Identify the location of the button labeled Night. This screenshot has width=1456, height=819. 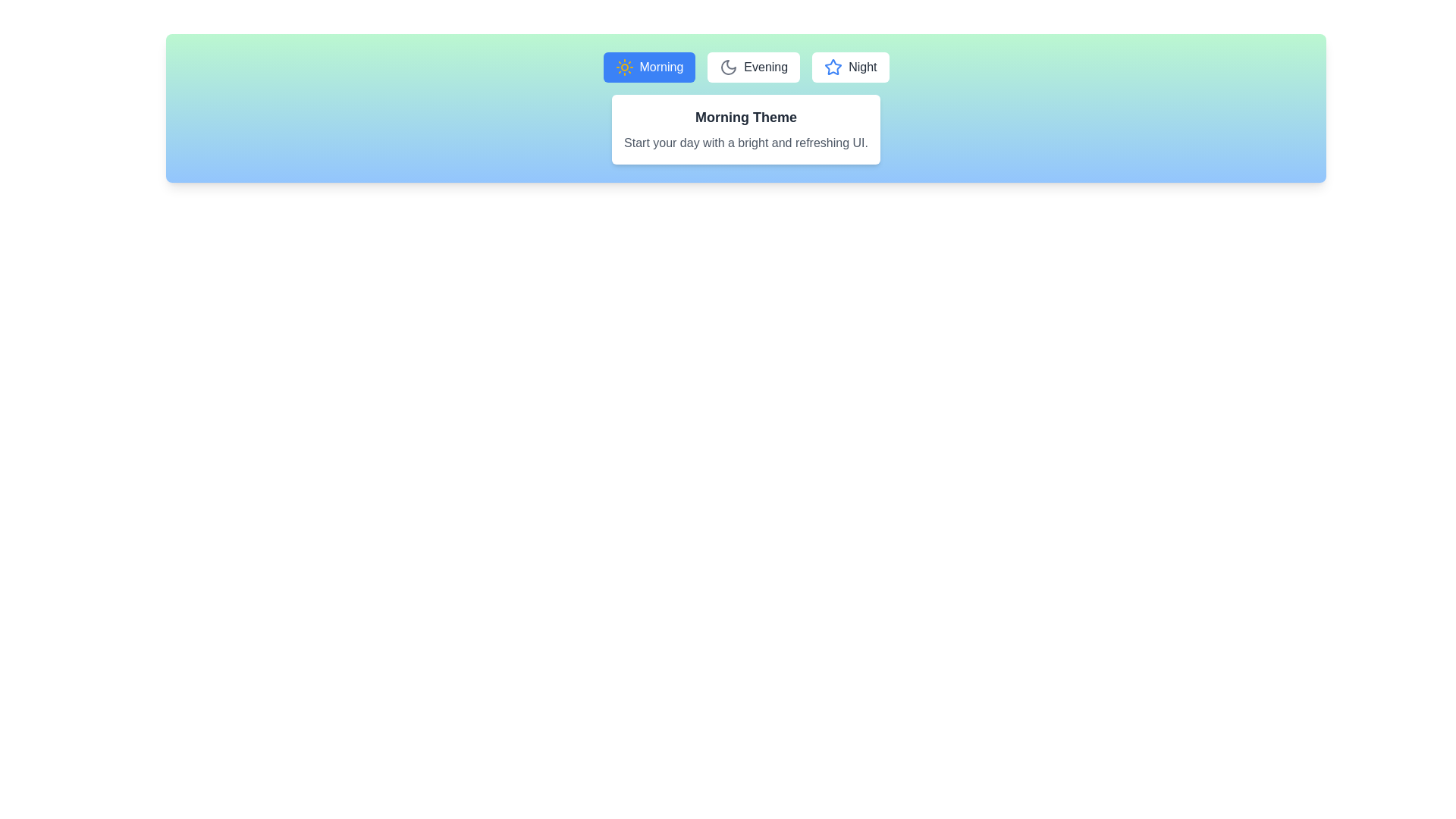
(850, 66).